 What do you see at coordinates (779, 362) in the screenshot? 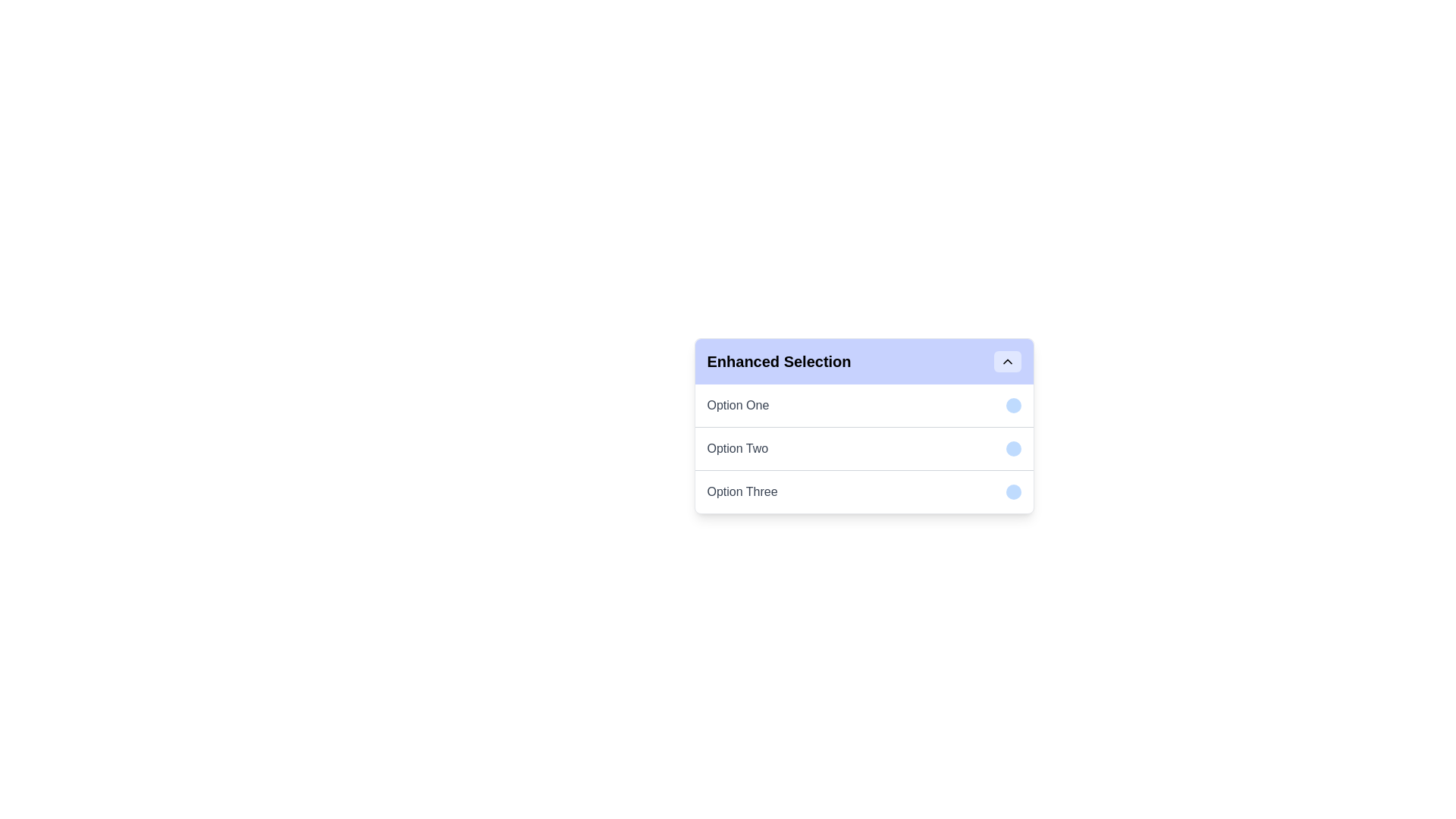
I see `the static text element displaying 'Enhanced Selection' in bold, large-sized font, styled in black against a light indigo background` at bounding box center [779, 362].